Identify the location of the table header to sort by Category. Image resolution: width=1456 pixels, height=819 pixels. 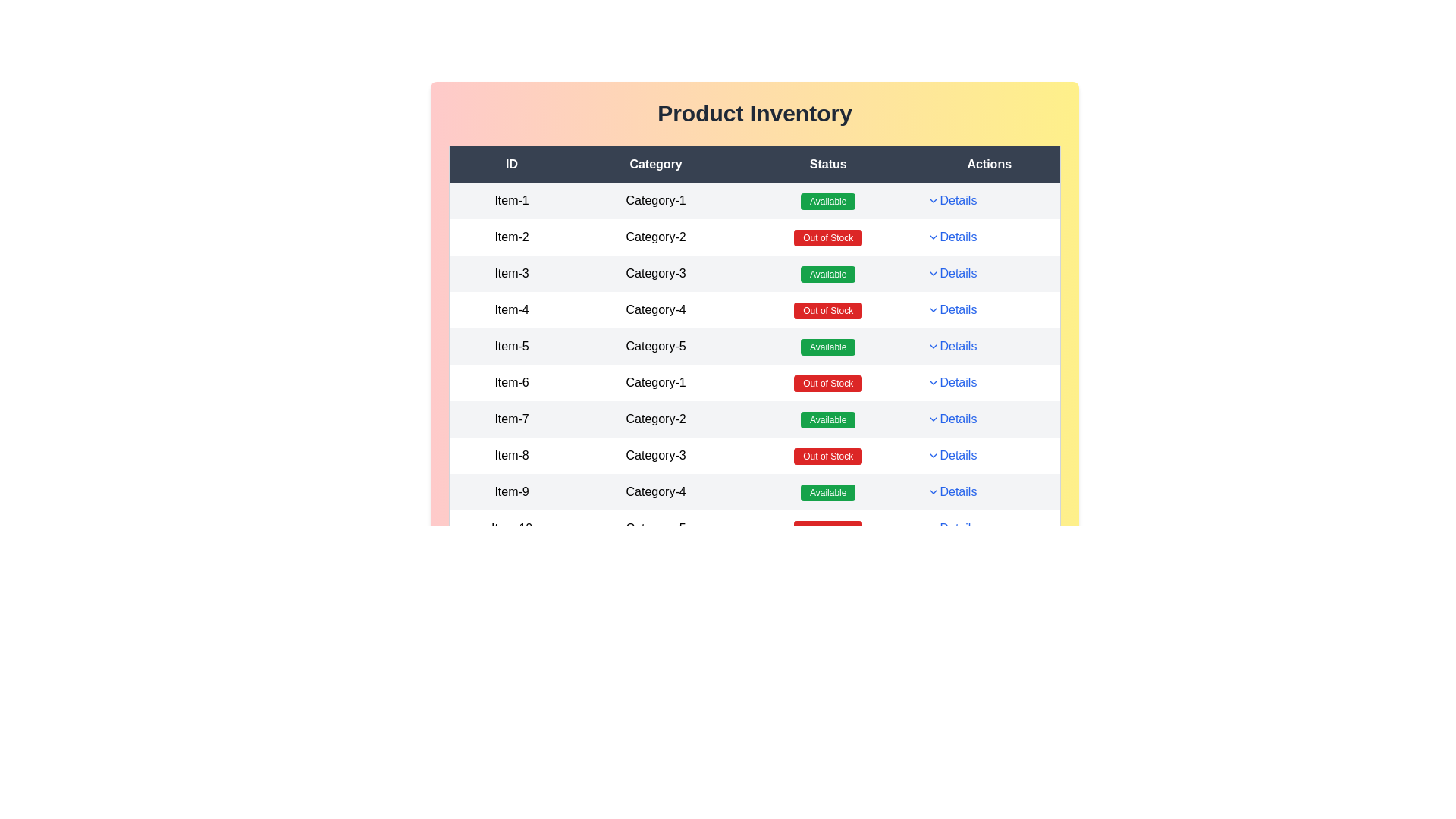
(656, 164).